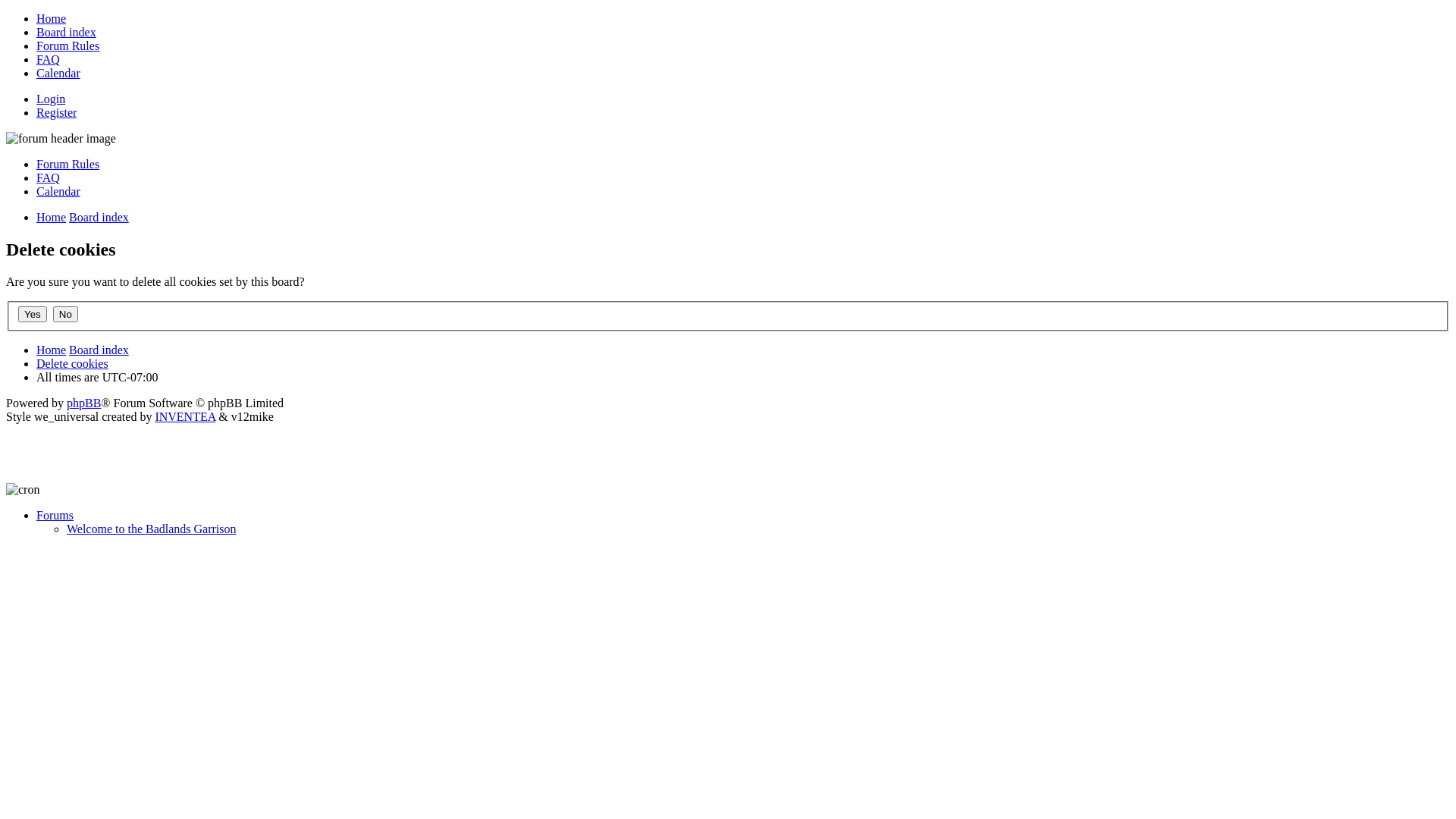 Image resolution: width=1456 pixels, height=819 pixels. What do you see at coordinates (184, 416) in the screenshot?
I see `'INVENTEA'` at bounding box center [184, 416].